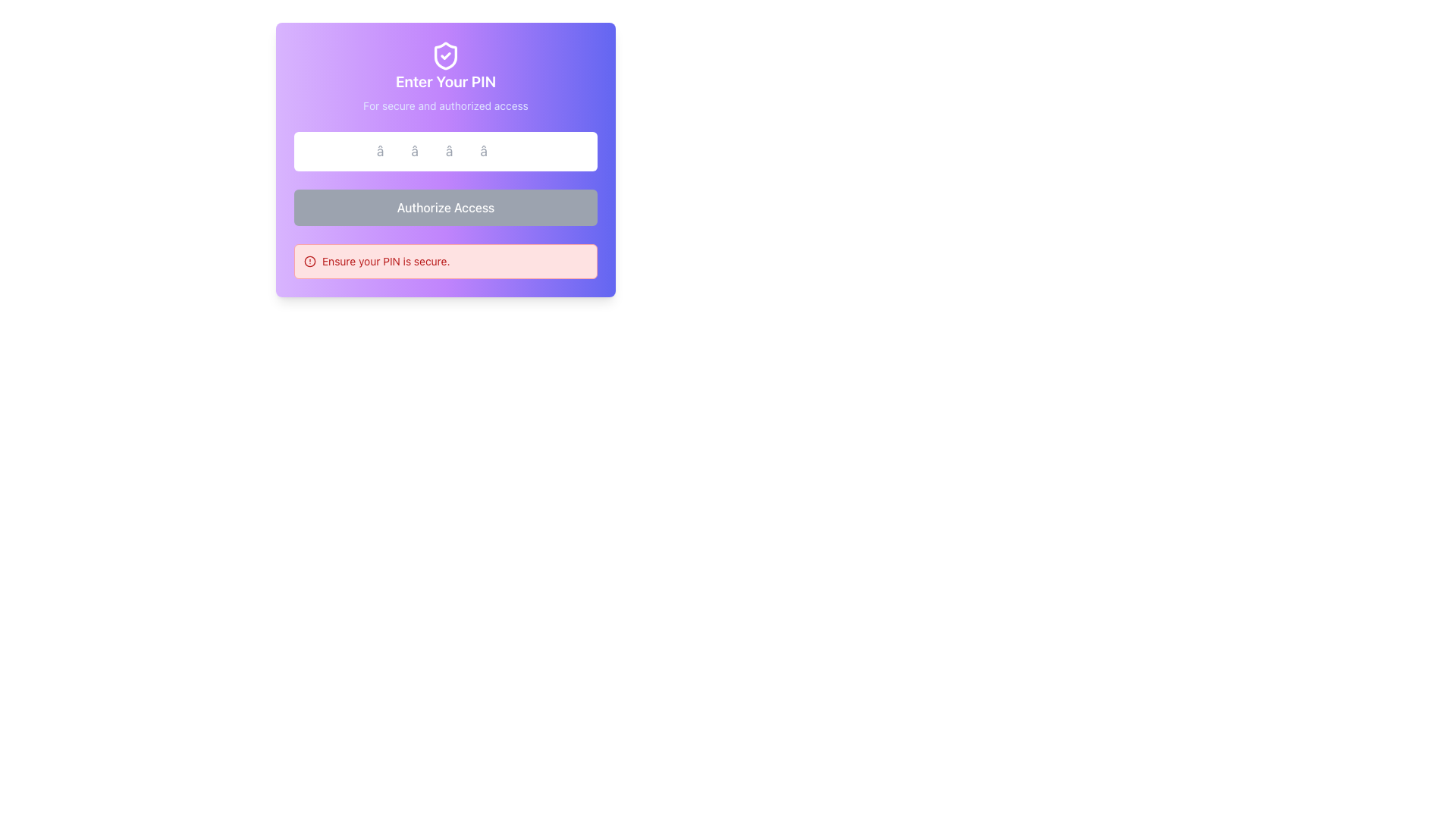 The width and height of the screenshot is (1456, 819). What do you see at coordinates (309, 260) in the screenshot?
I see `the circular SVG shape that is part of the warning icon located to the left of the text 'Ensure your PIN is secure.'` at bounding box center [309, 260].